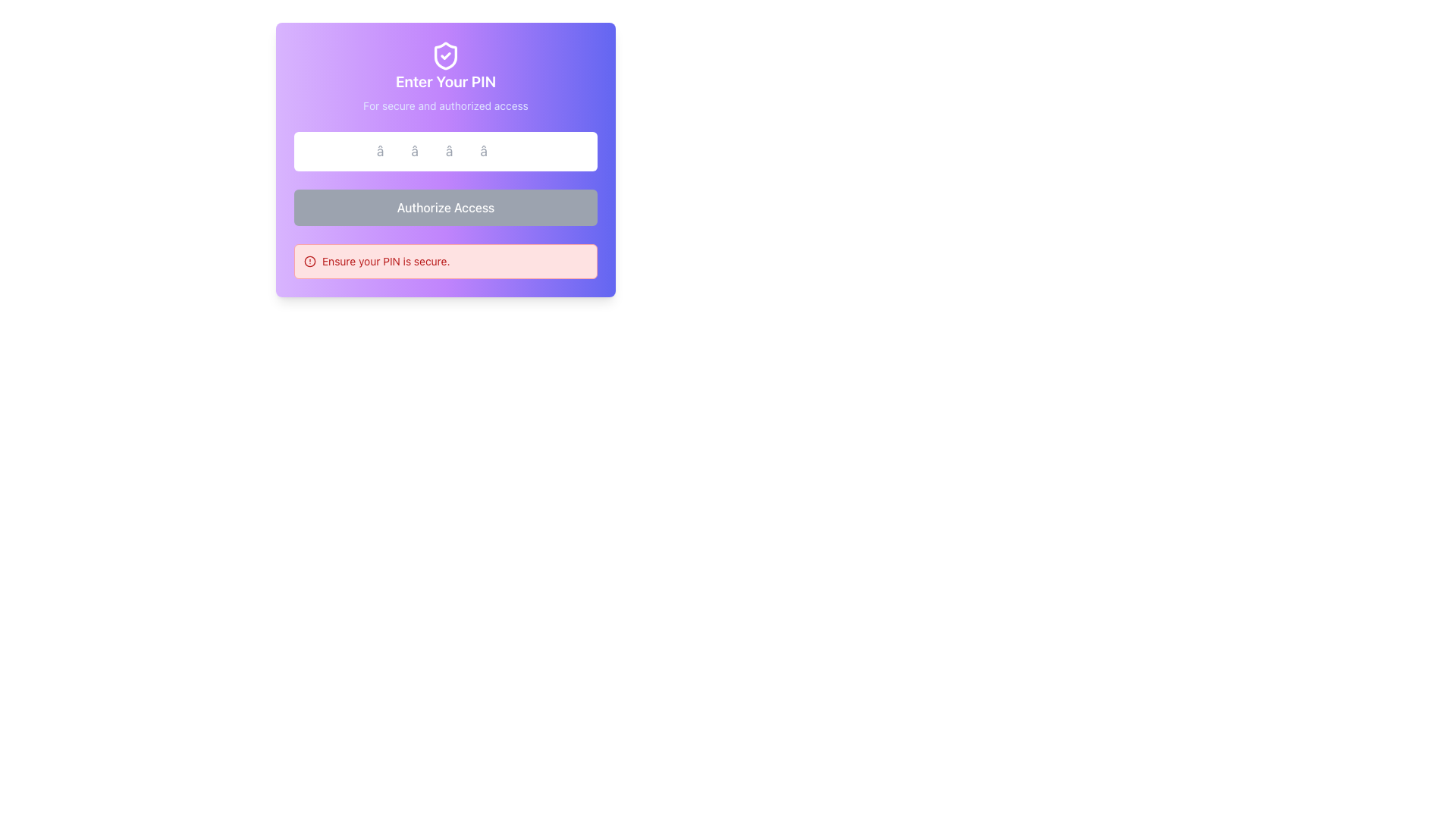 The width and height of the screenshot is (1456, 819). What do you see at coordinates (309, 260) in the screenshot?
I see `the circular SVG shape that is part of the warning icon located to the left of the text 'Ensure your PIN is secure.'` at bounding box center [309, 260].